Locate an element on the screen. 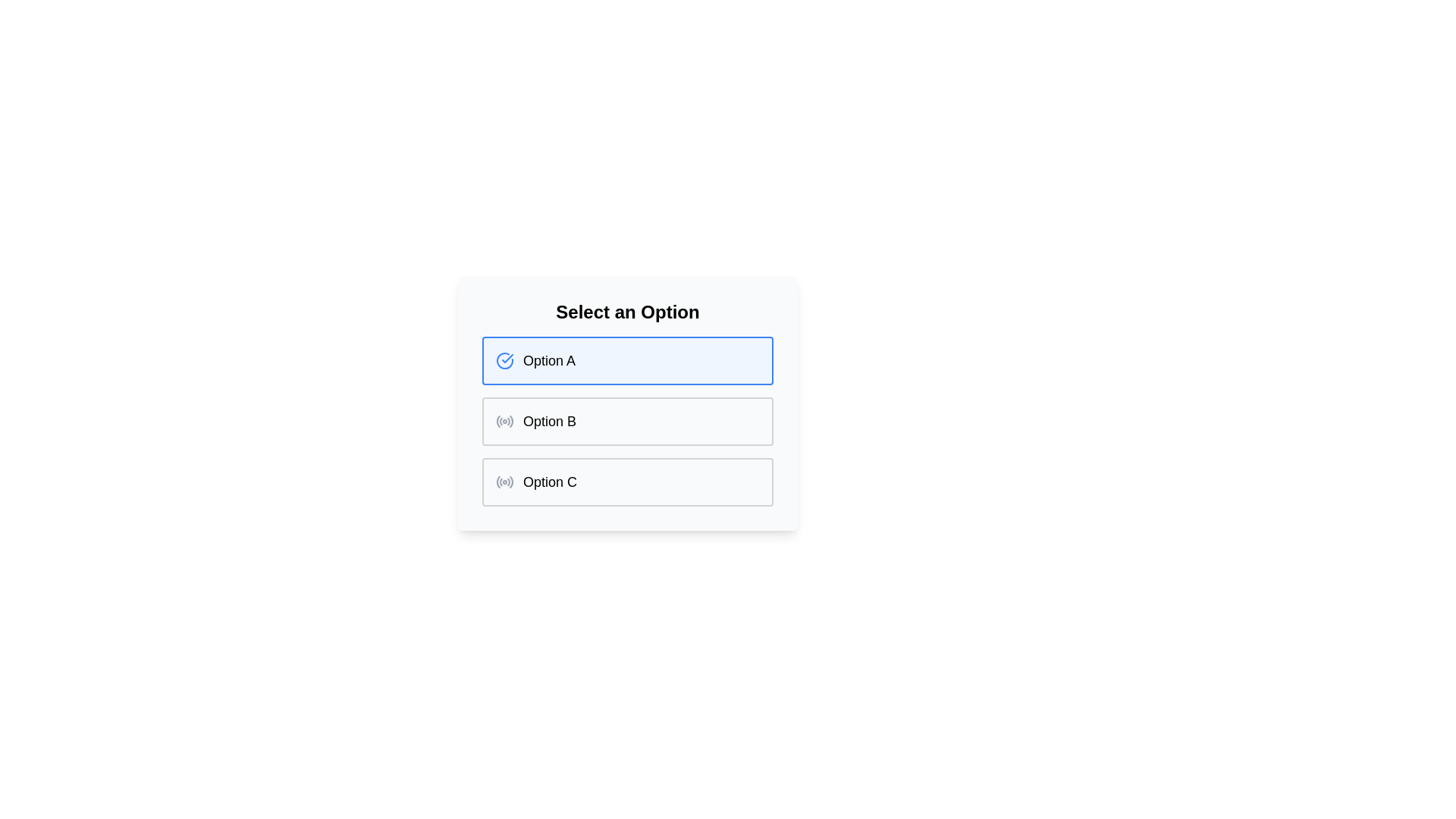  the 'Option C' radio button is located at coordinates (628, 482).